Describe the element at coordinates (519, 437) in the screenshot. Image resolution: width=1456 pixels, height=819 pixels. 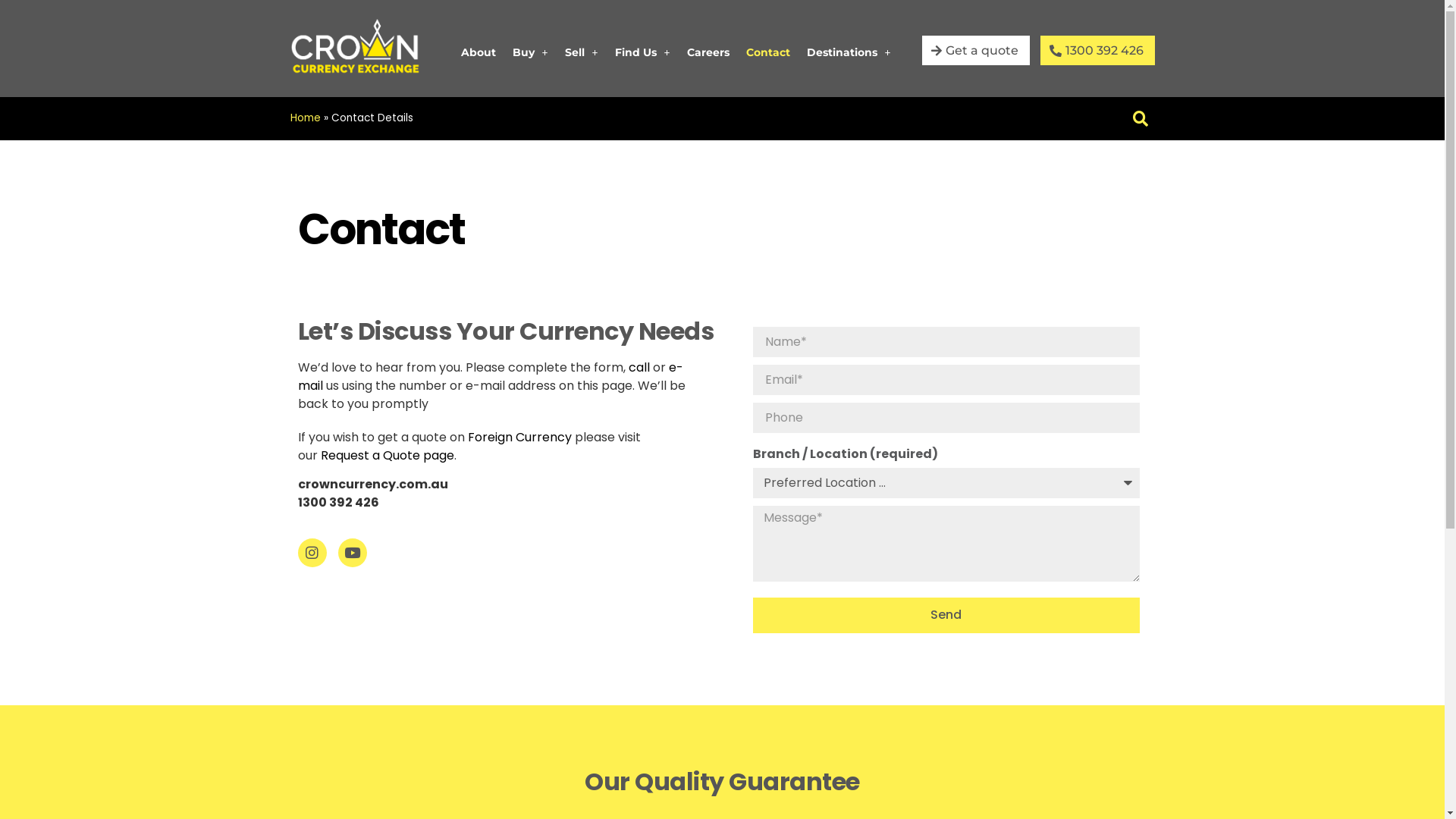
I see `'Foreign Currency'` at that location.